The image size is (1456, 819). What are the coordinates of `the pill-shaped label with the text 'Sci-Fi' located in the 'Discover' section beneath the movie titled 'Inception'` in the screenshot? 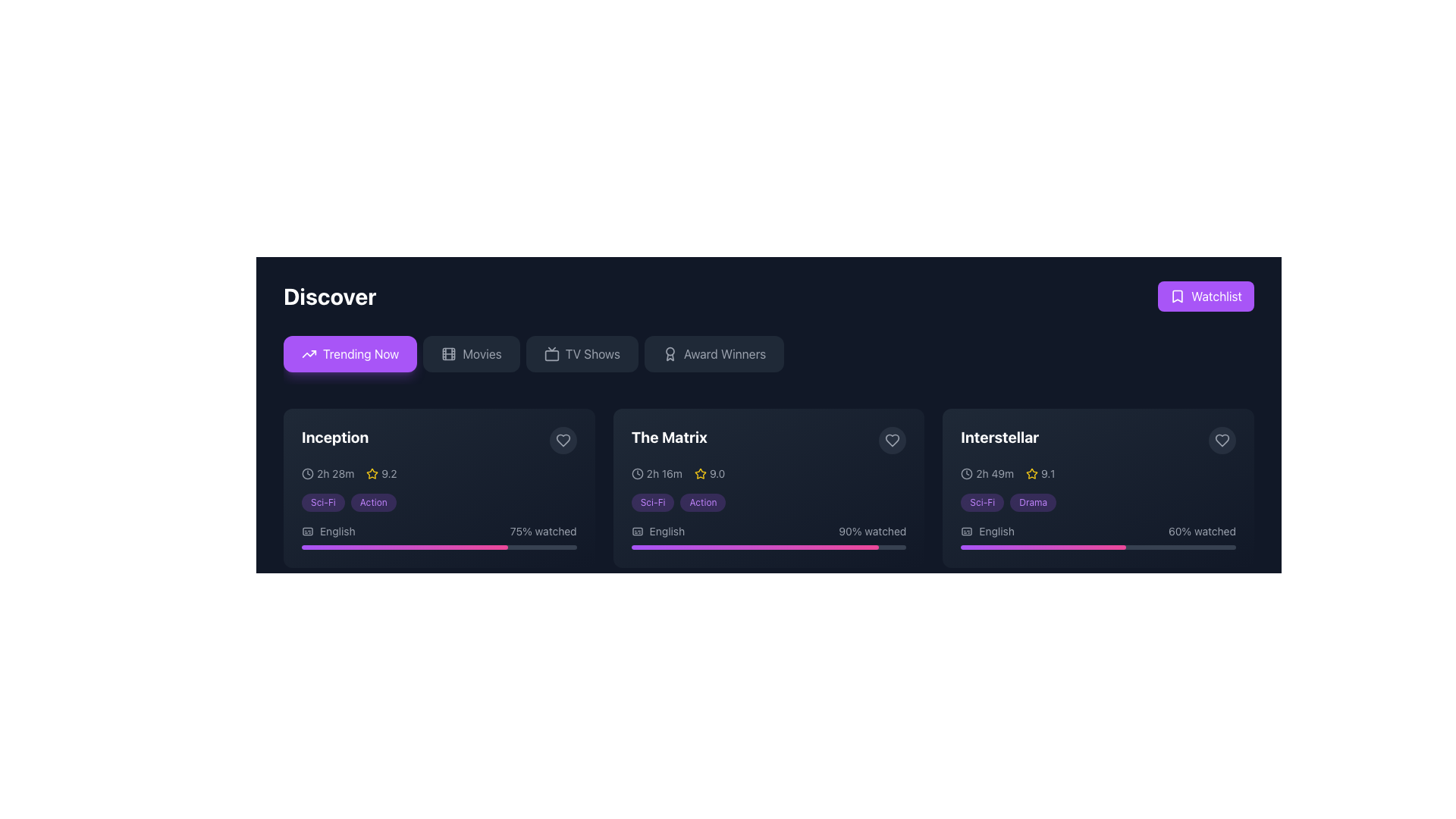 It's located at (322, 503).